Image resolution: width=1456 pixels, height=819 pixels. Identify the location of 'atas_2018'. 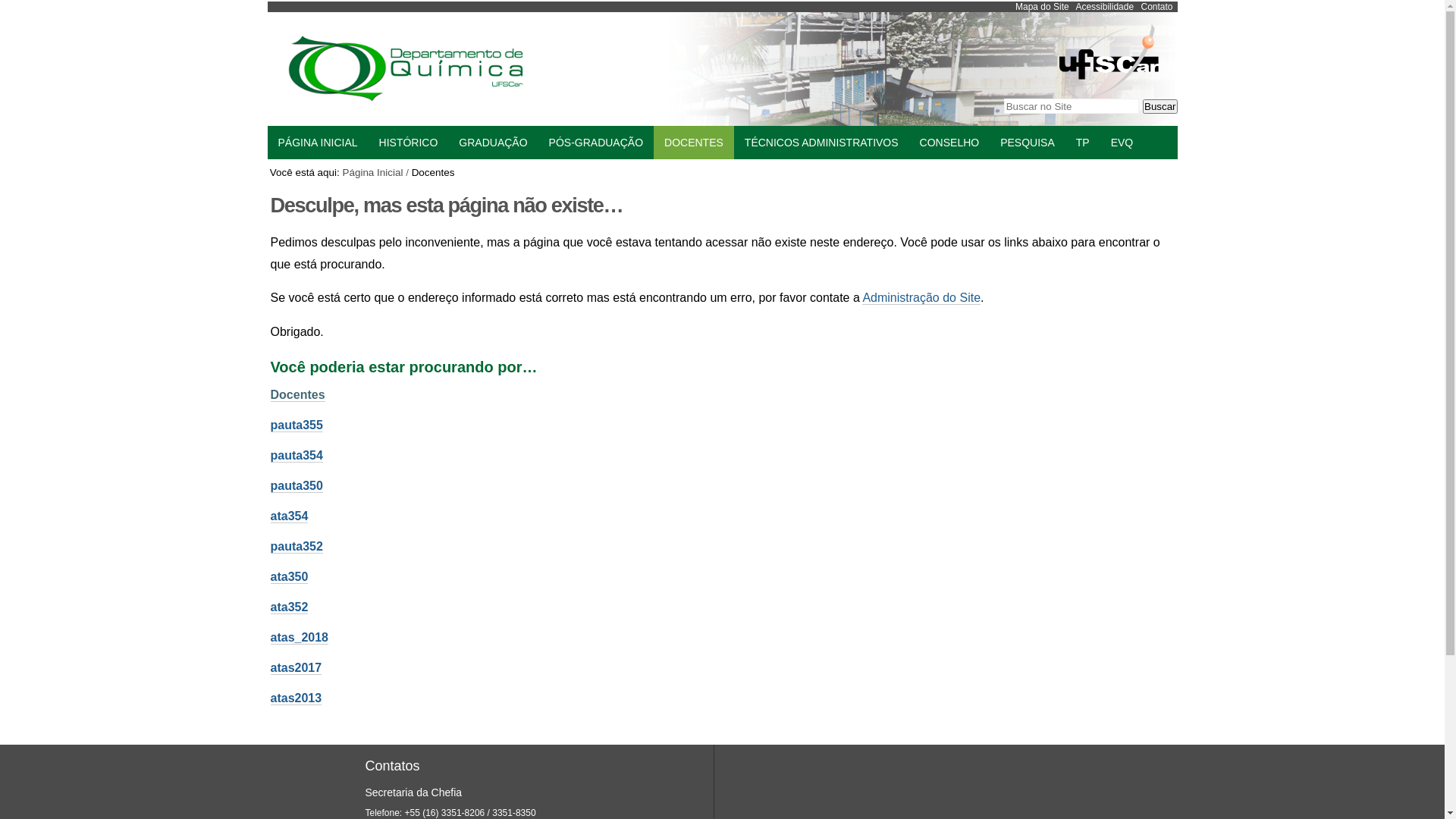
(299, 637).